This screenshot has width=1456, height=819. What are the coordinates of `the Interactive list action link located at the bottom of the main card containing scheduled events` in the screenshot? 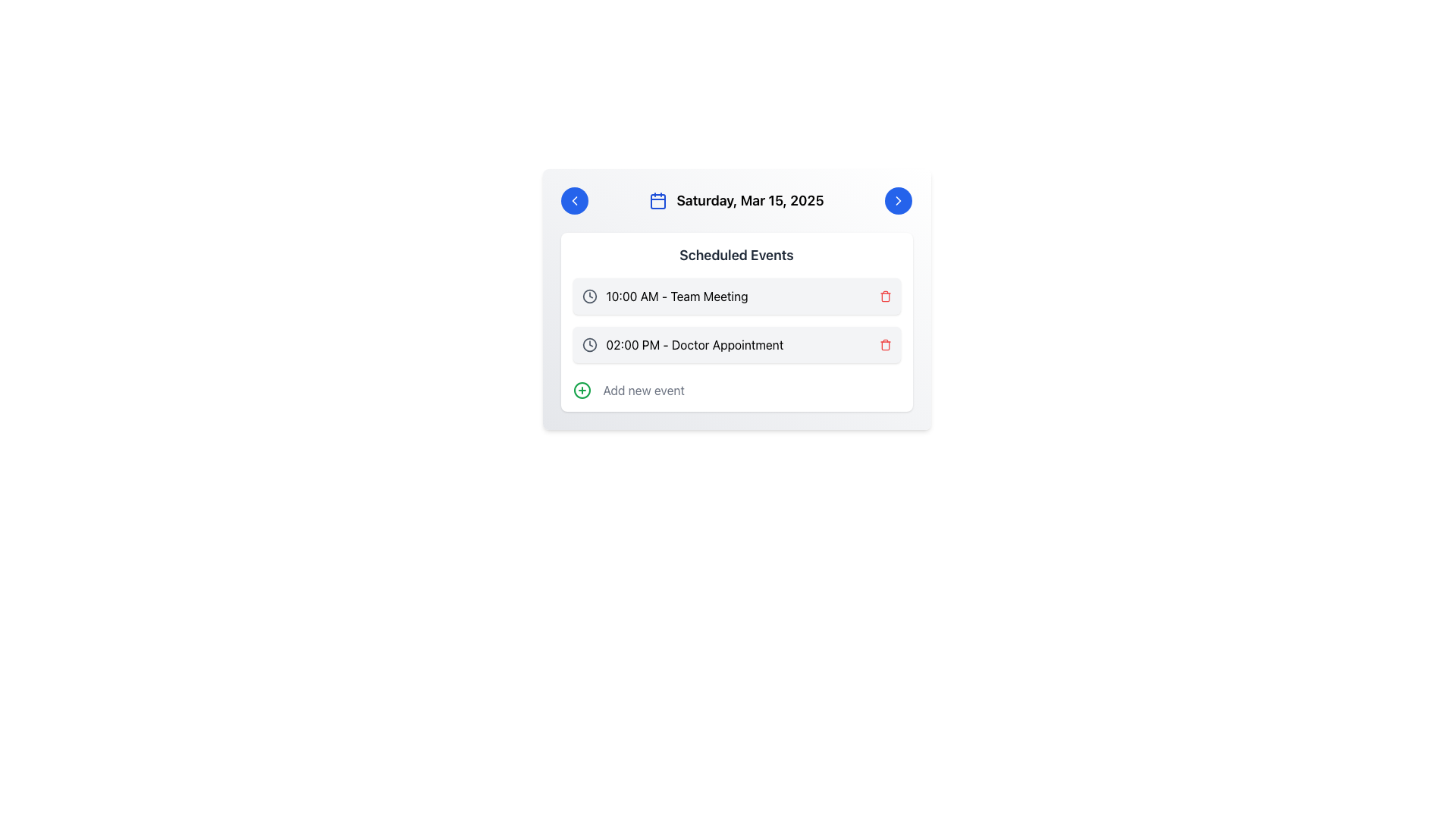 It's located at (736, 390).